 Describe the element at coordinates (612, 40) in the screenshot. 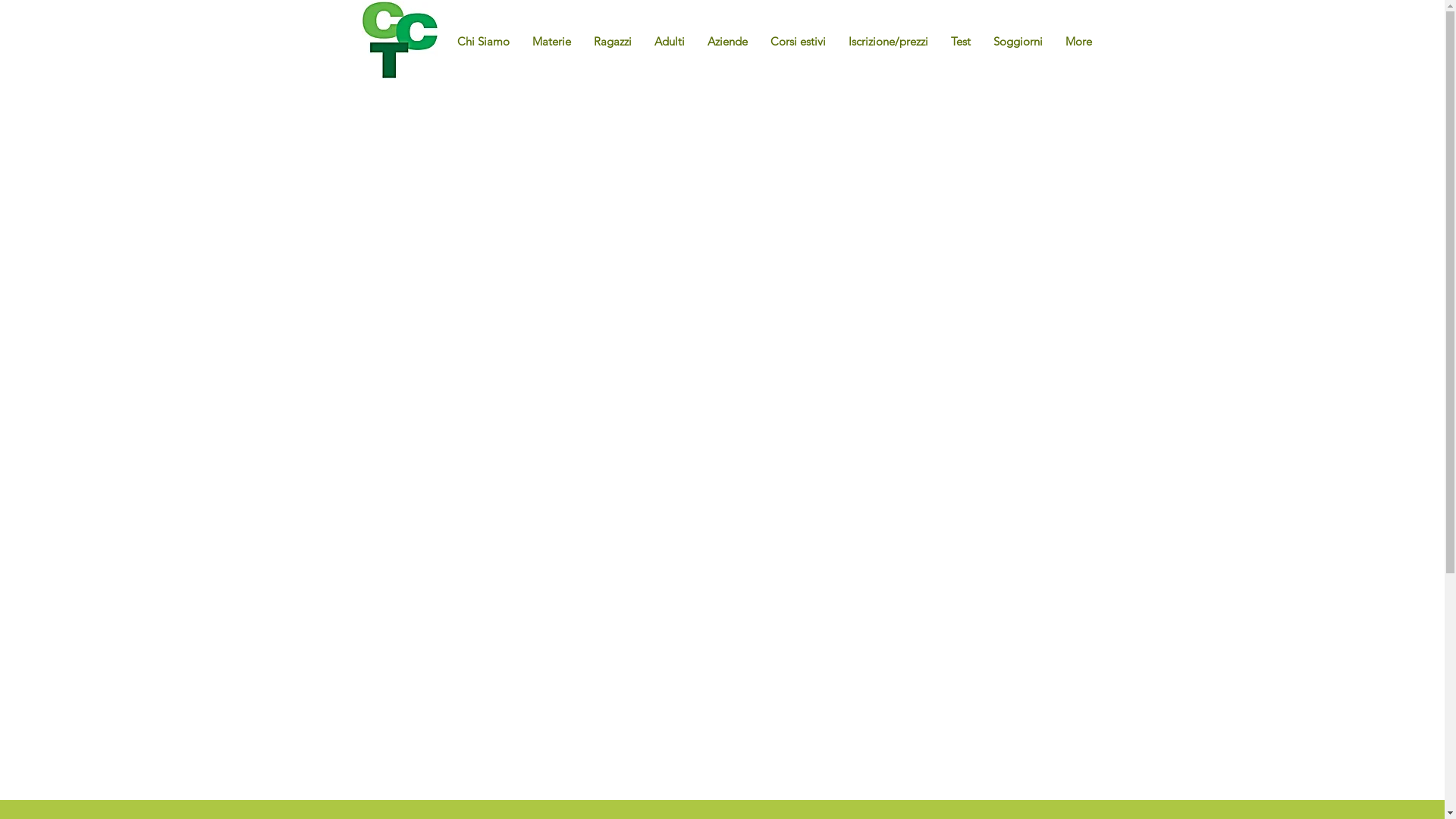

I see `'Ragazzi'` at that location.